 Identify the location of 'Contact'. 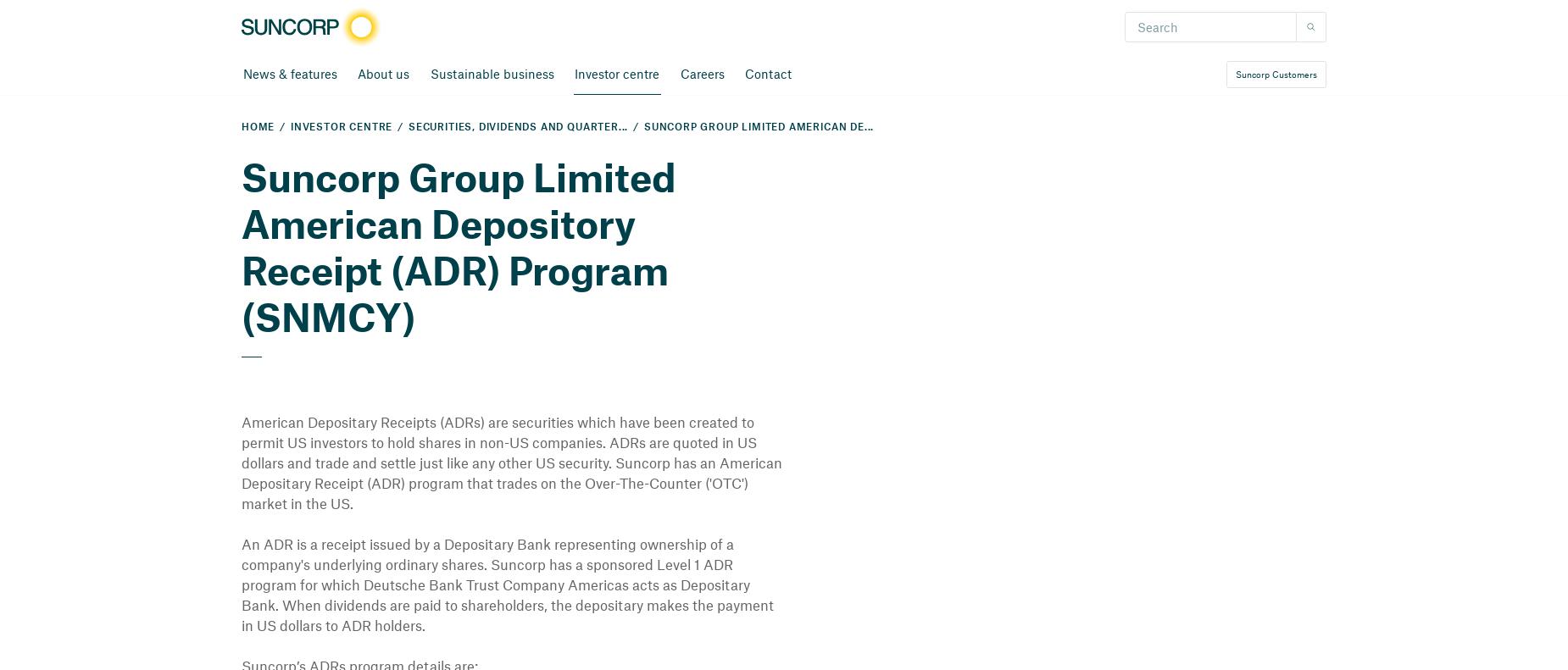
(768, 74).